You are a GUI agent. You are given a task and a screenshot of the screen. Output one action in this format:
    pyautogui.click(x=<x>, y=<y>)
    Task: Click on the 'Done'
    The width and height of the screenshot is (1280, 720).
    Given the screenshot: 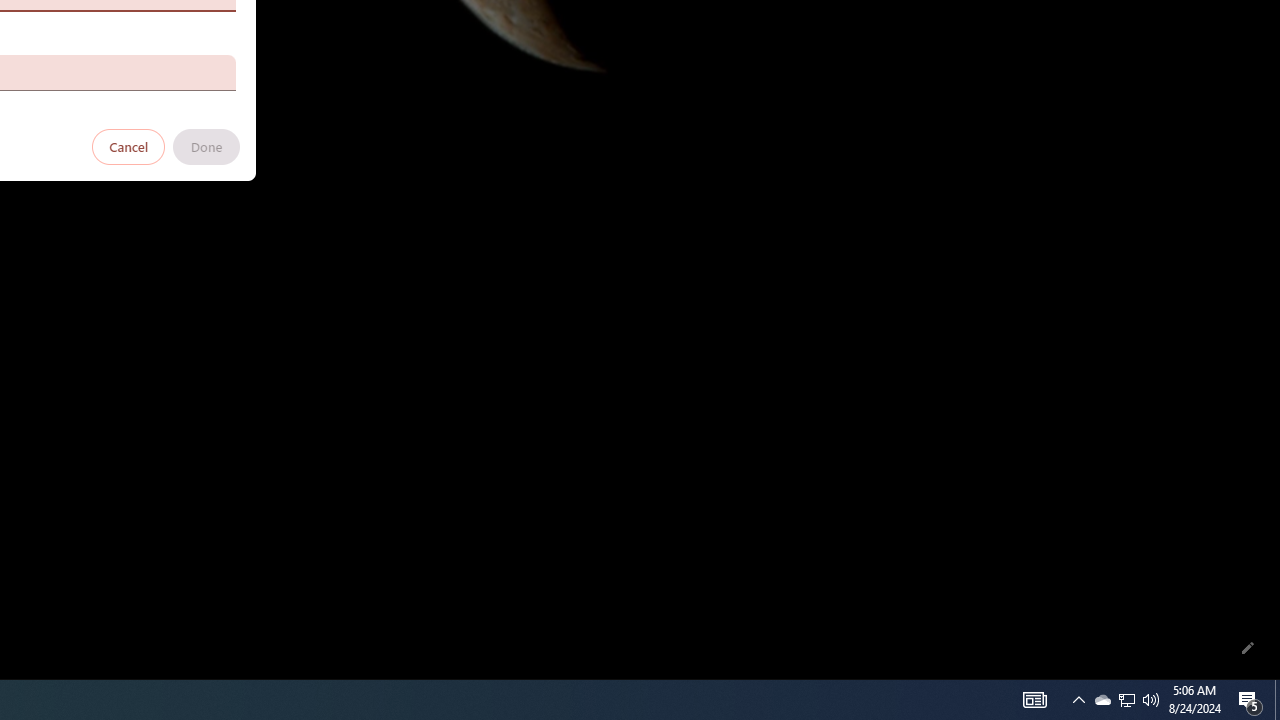 What is the action you would take?
    pyautogui.click(x=206, y=145)
    